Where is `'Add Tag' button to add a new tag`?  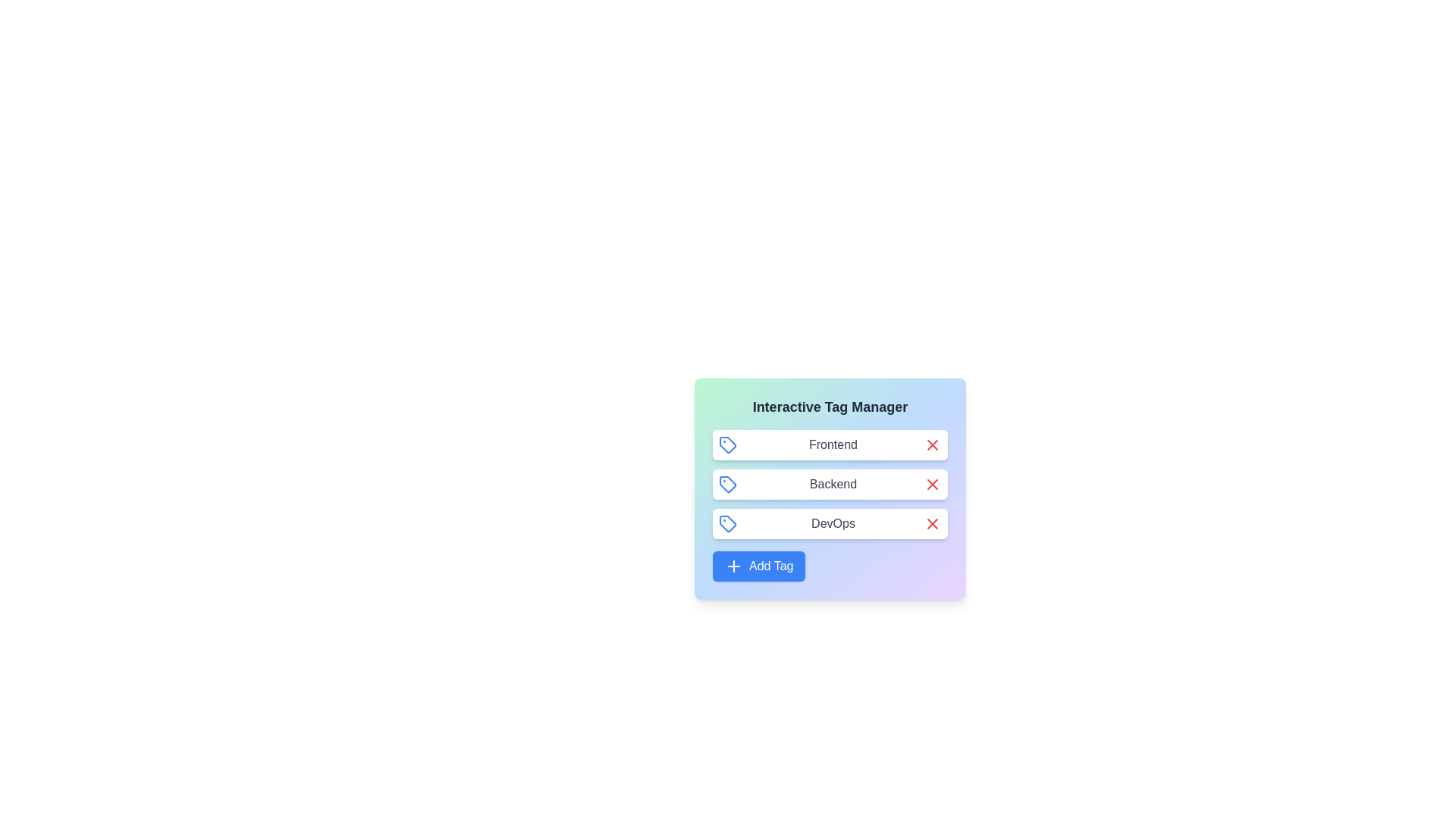
'Add Tag' button to add a new tag is located at coordinates (759, 566).